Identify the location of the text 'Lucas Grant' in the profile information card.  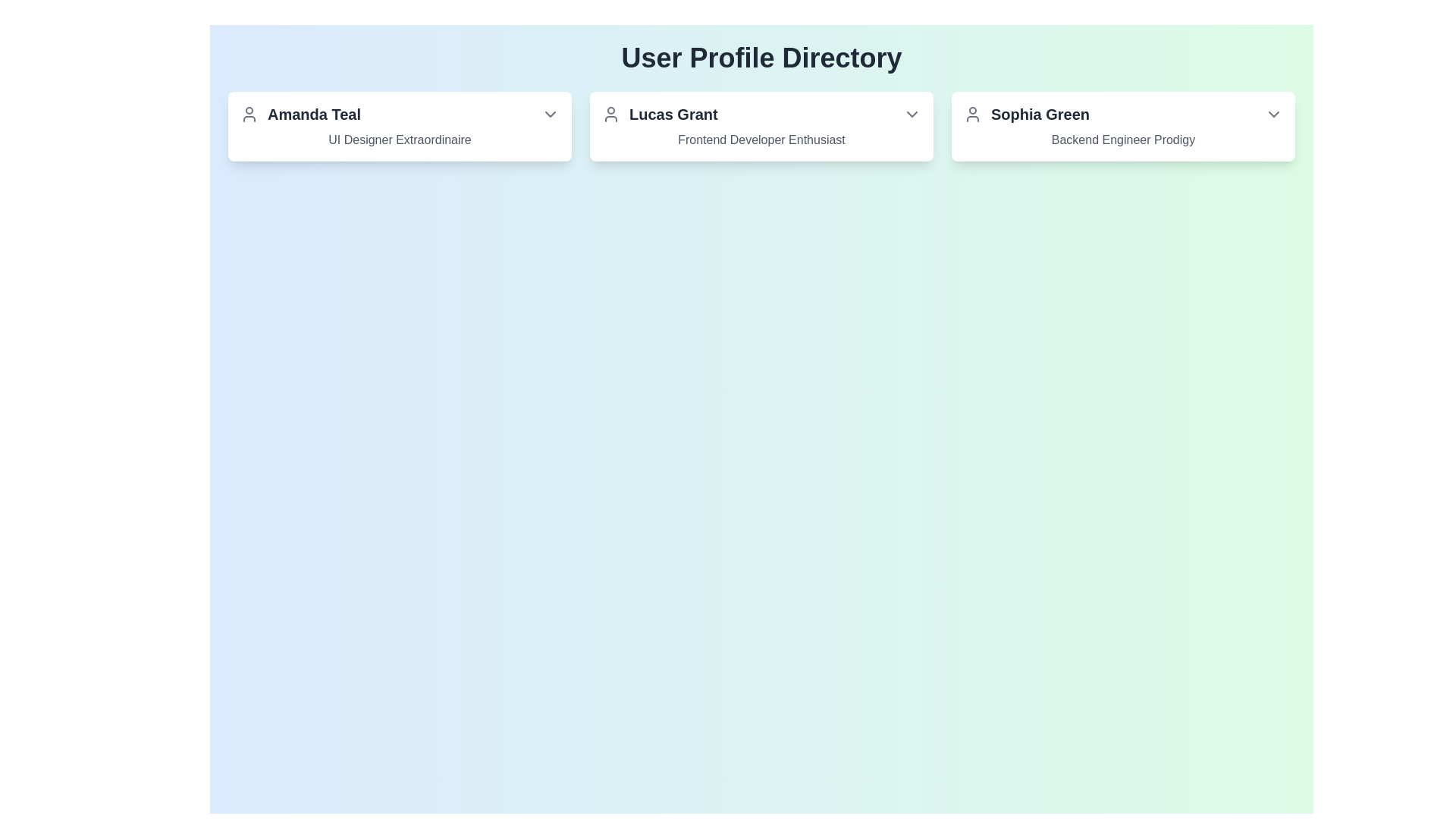
(660, 113).